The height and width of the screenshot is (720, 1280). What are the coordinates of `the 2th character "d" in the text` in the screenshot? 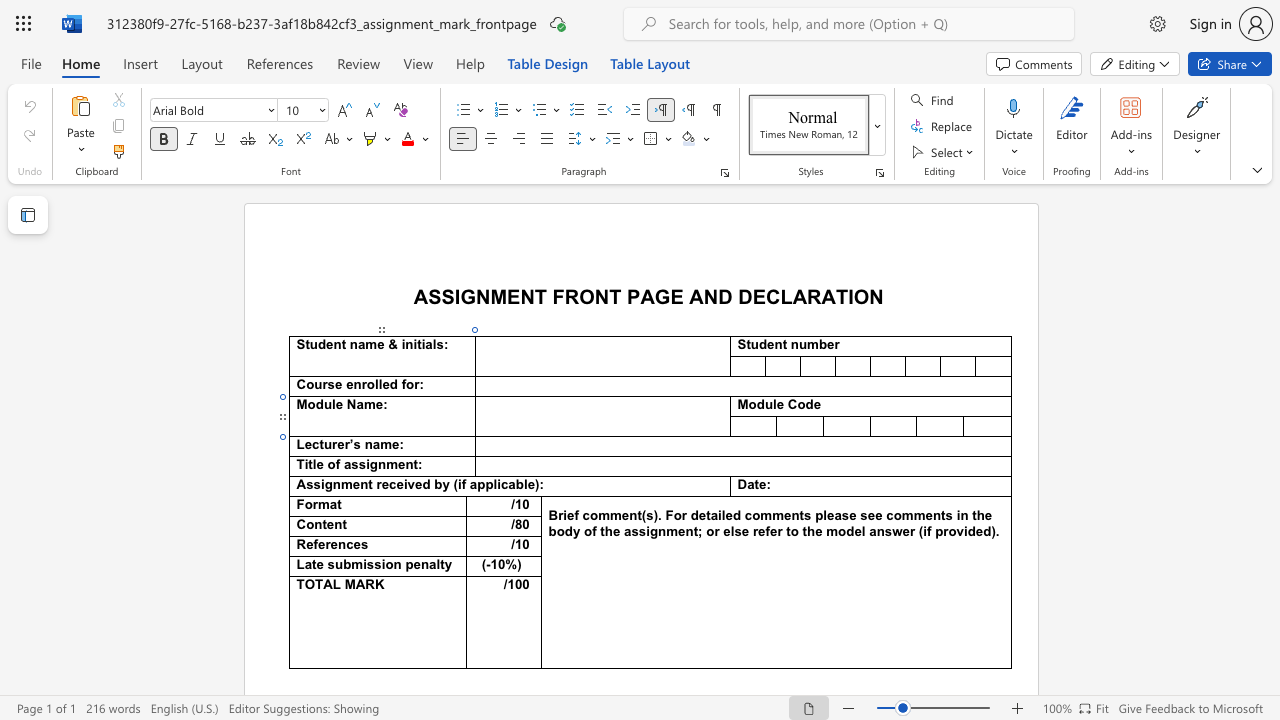 It's located at (809, 405).